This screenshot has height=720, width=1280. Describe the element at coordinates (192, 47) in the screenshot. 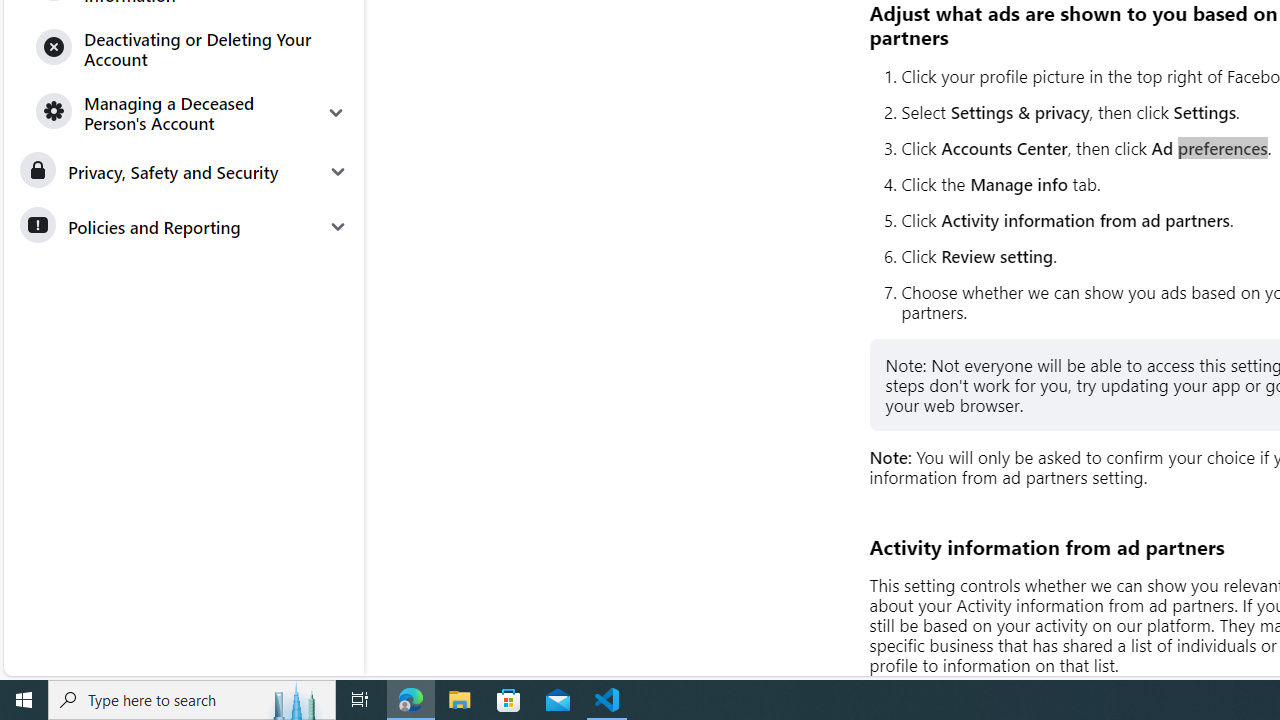

I see `'Deactivating or Deleting Your Account'` at that location.